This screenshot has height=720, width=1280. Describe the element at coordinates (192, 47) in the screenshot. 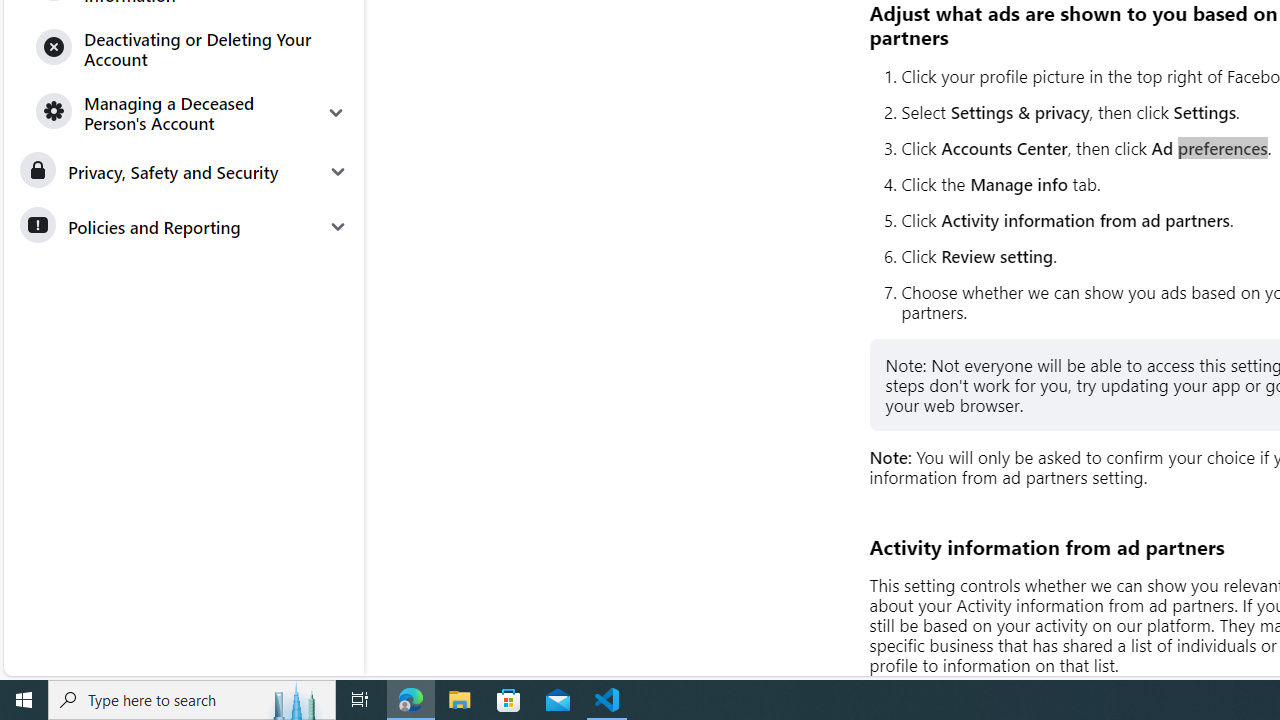

I see `'Deactivating or Deleting Your Account'` at that location.